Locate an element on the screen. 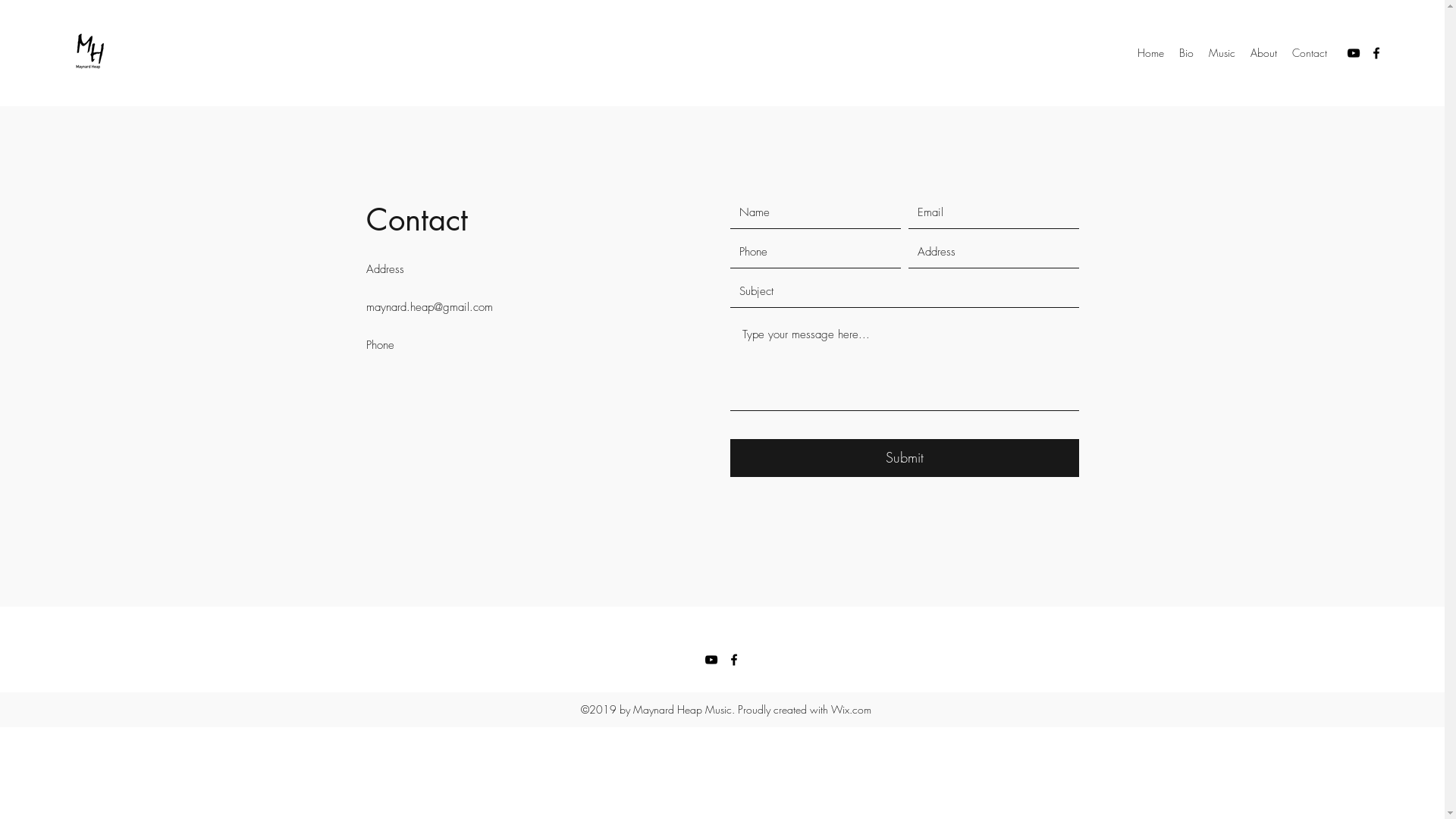 The width and height of the screenshot is (1456, 819). 'Contact' is located at coordinates (1309, 52).